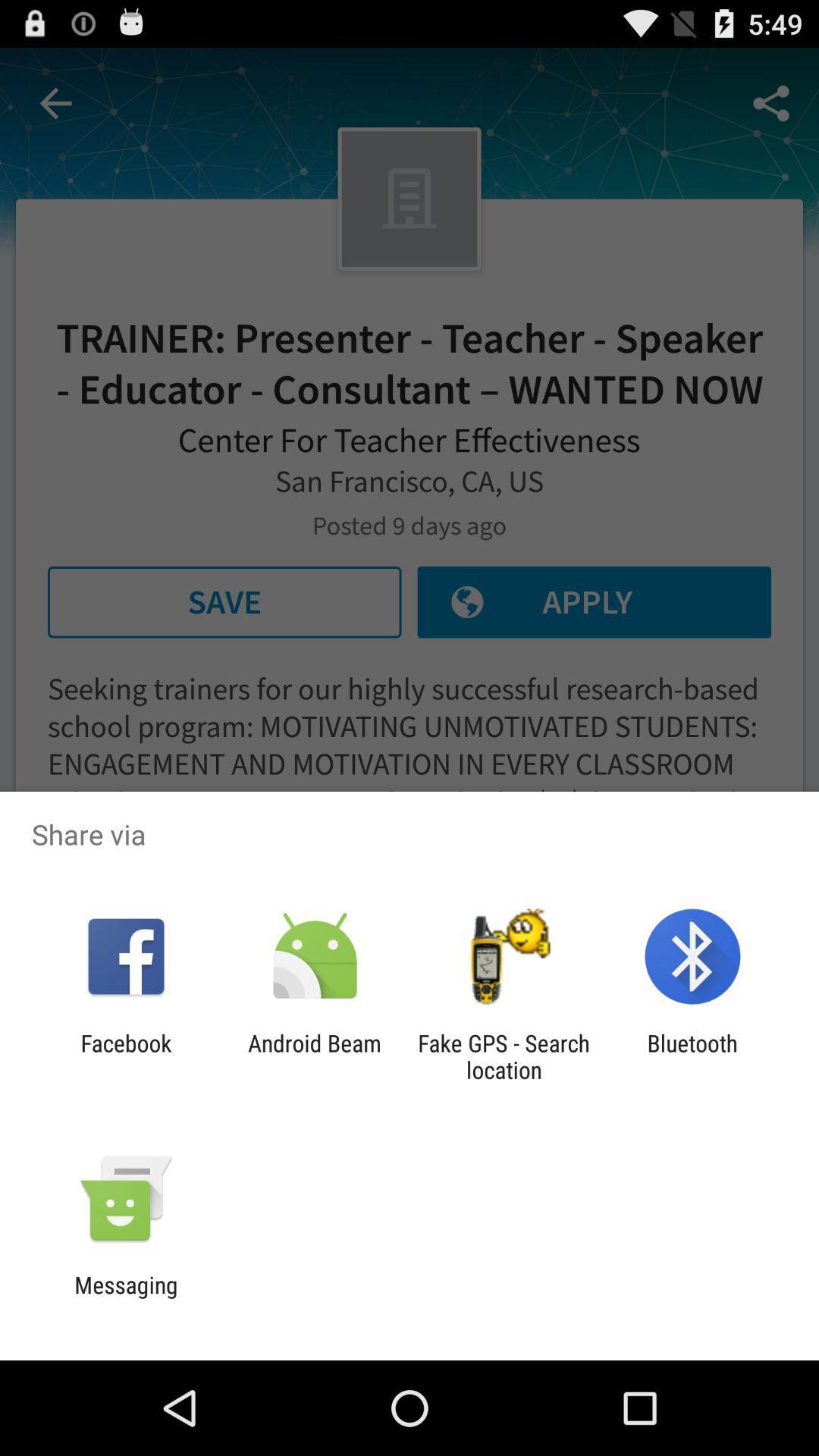 The height and width of the screenshot is (1456, 819). What do you see at coordinates (504, 1056) in the screenshot?
I see `app next to android beam icon` at bounding box center [504, 1056].